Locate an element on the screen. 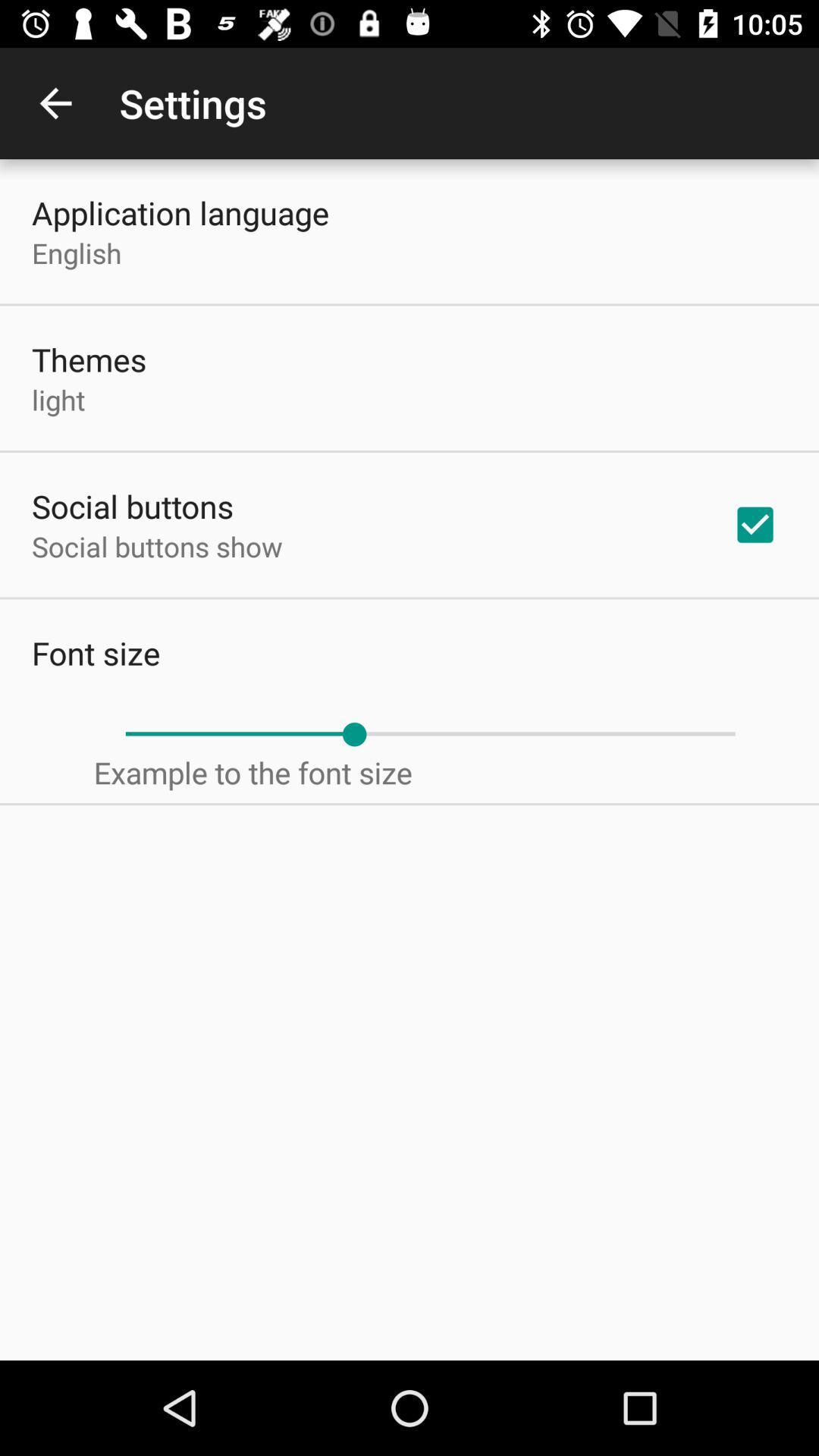 This screenshot has height=1456, width=819. app to the left of settings icon is located at coordinates (55, 102).